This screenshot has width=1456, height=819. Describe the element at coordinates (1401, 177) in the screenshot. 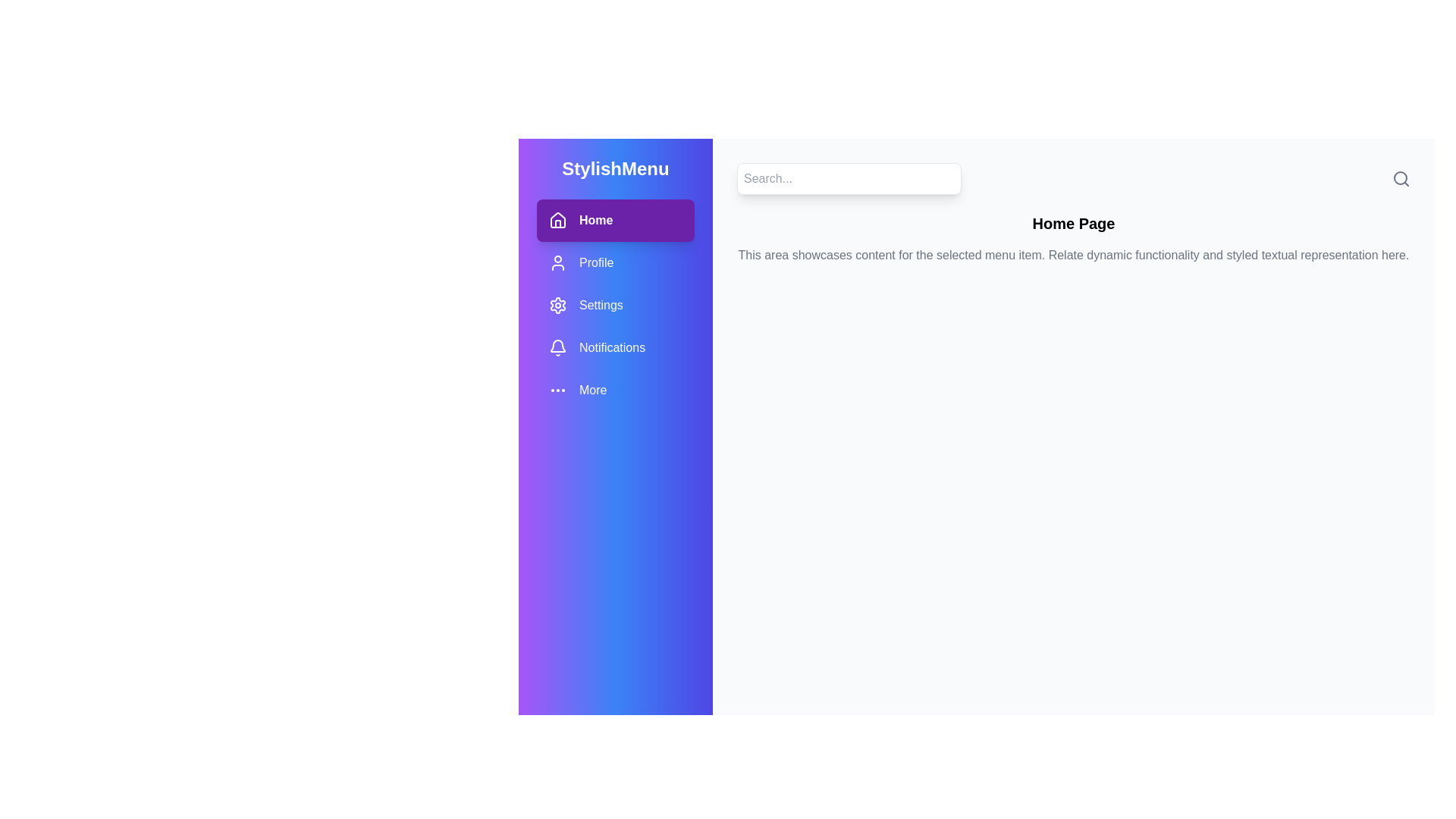

I see `the search icon to initiate a search action` at that location.